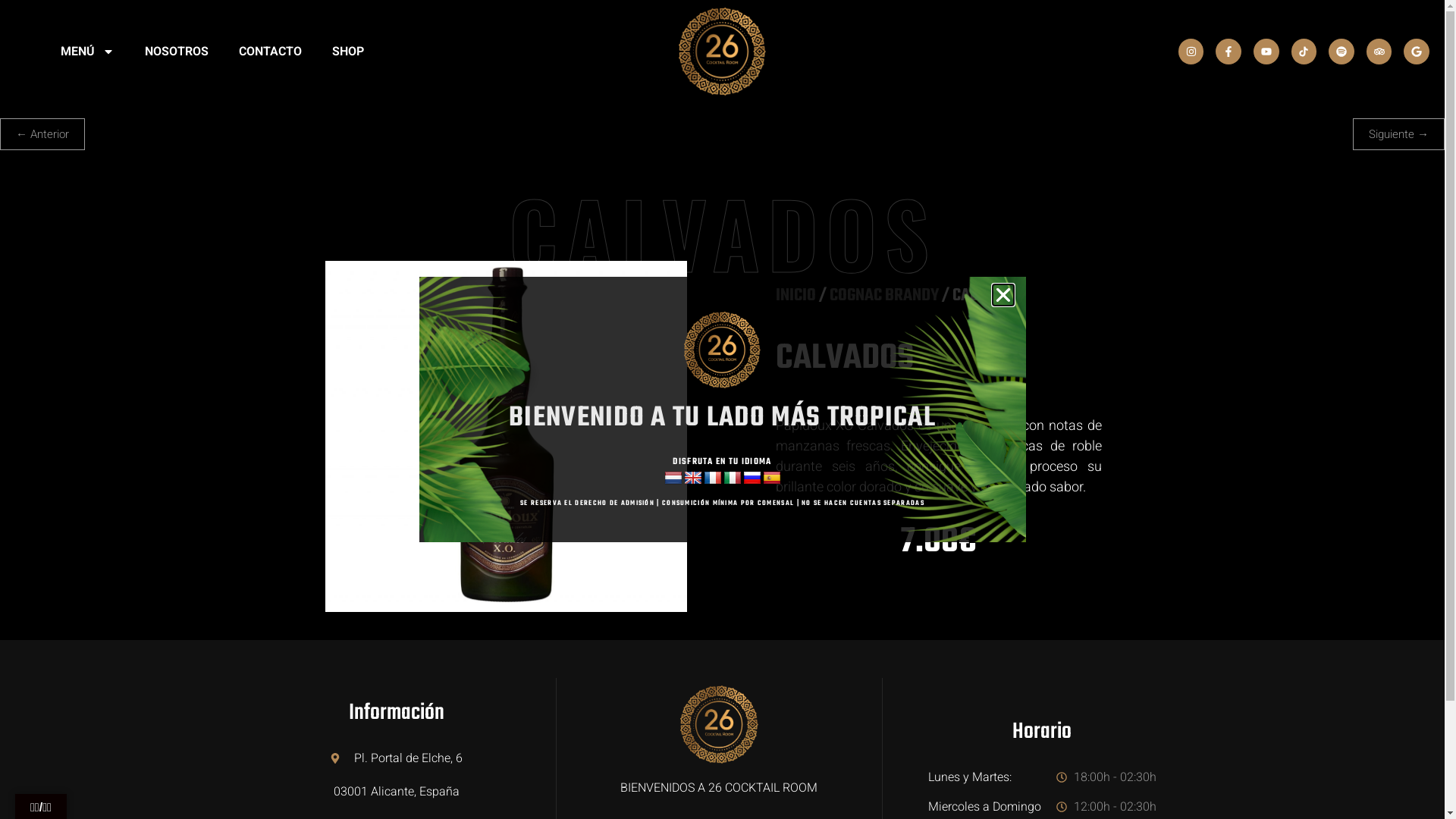  I want to click on 'SHOP', so click(347, 51).